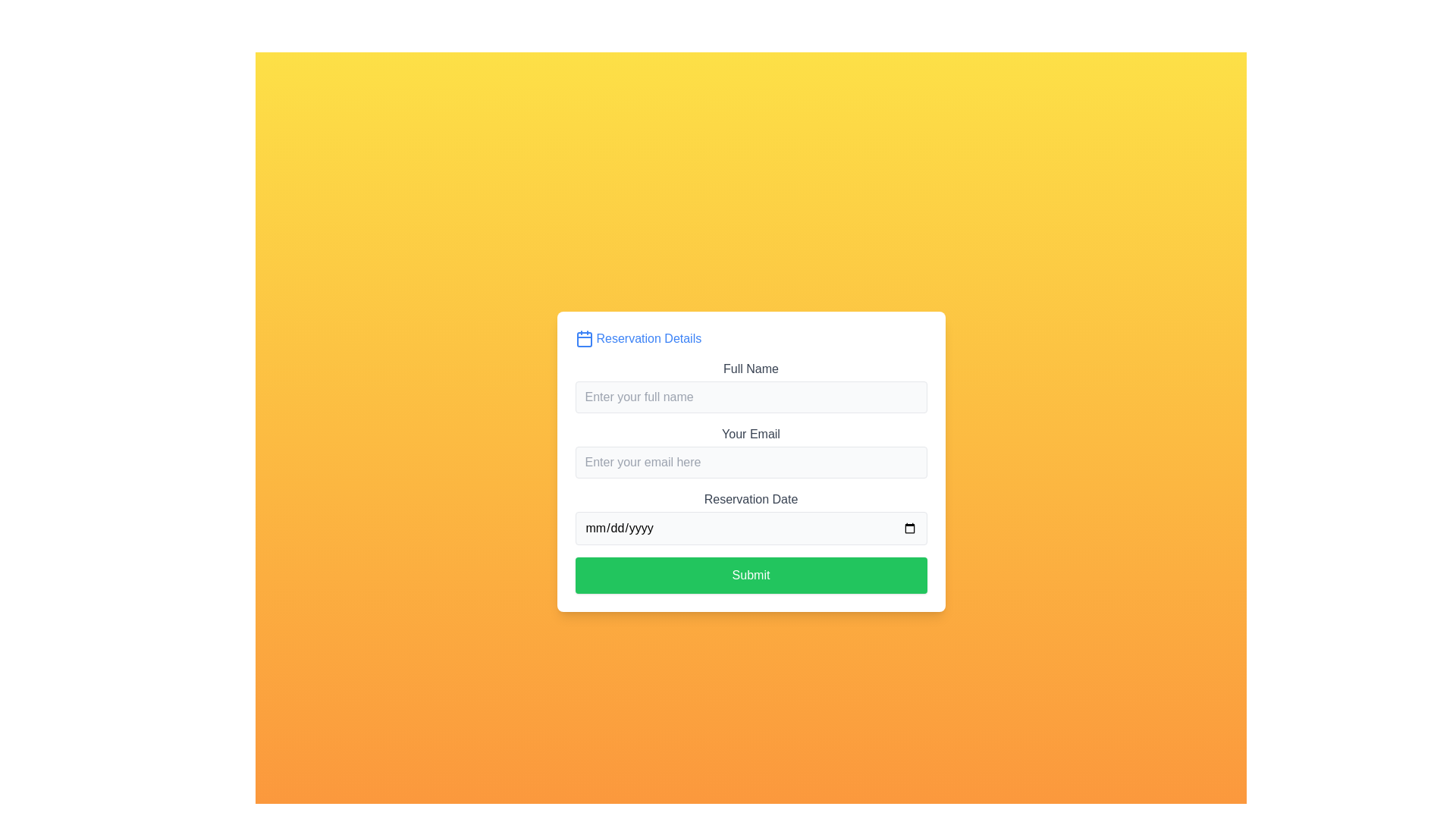 This screenshot has width=1456, height=819. What do you see at coordinates (583, 338) in the screenshot?
I see `the calendar icon that is the first element in the 'Reservation Details' heading, aligned to the left of the text` at bounding box center [583, 338].